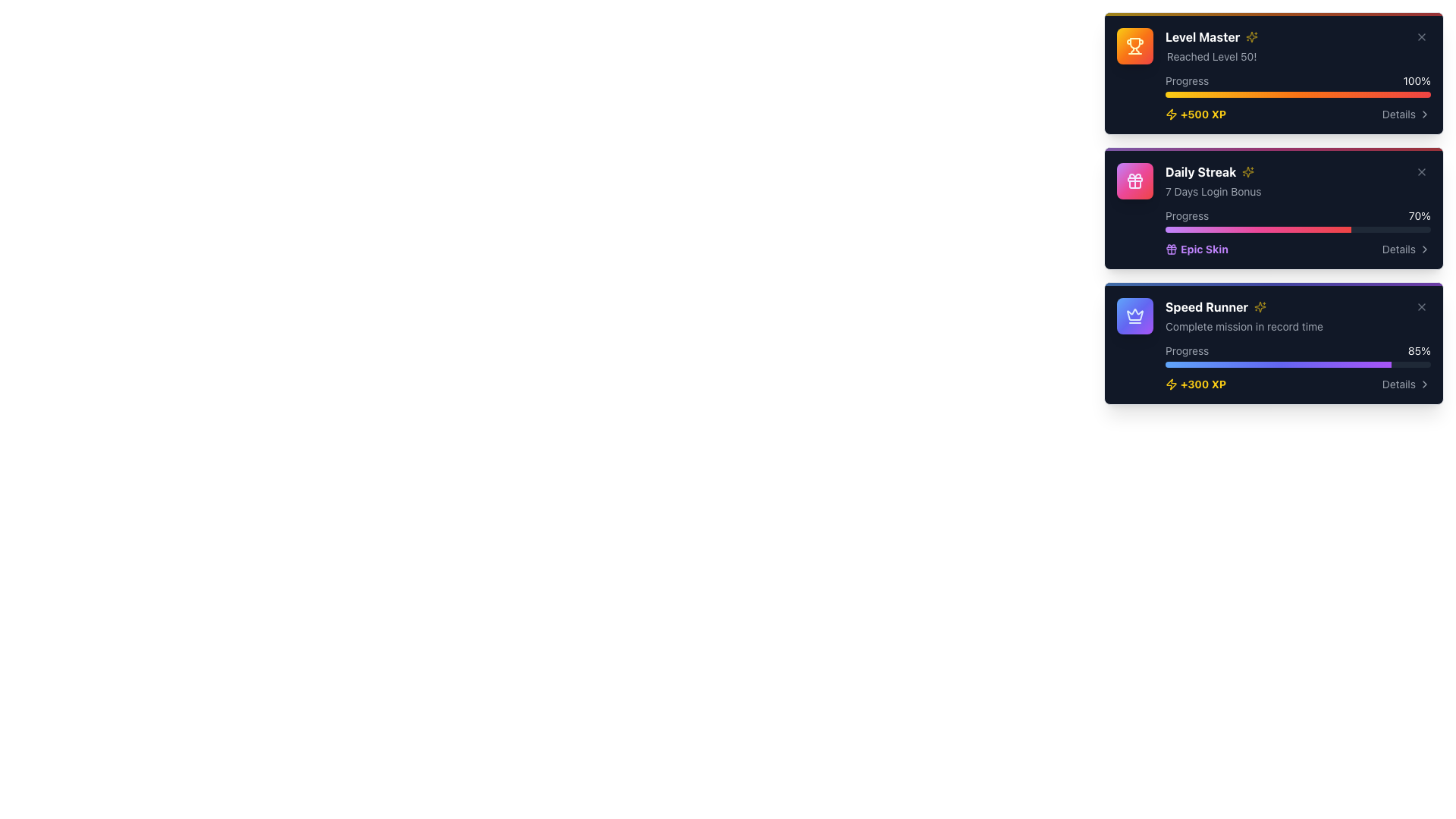 The height and width of the screenshot is (819, 1456). I want to click on the button located at the bottom-right corner of the third box in a vertical list, which provides additional information about the 'Speed Runner' mission to trigger a style change, so click(1405, 383).